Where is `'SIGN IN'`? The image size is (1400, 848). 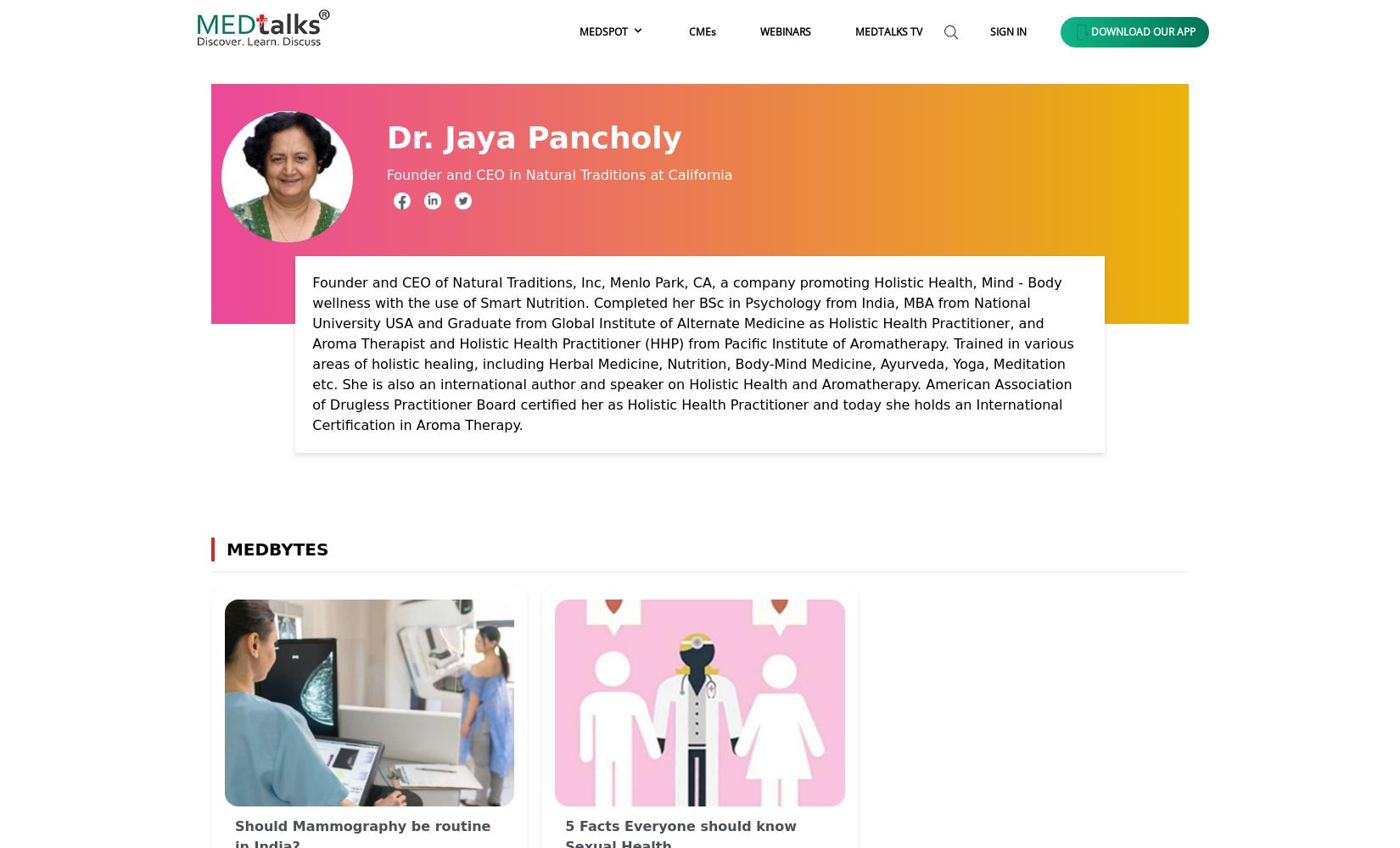
'SIGN IN' is located at coordinates (1008, 31).